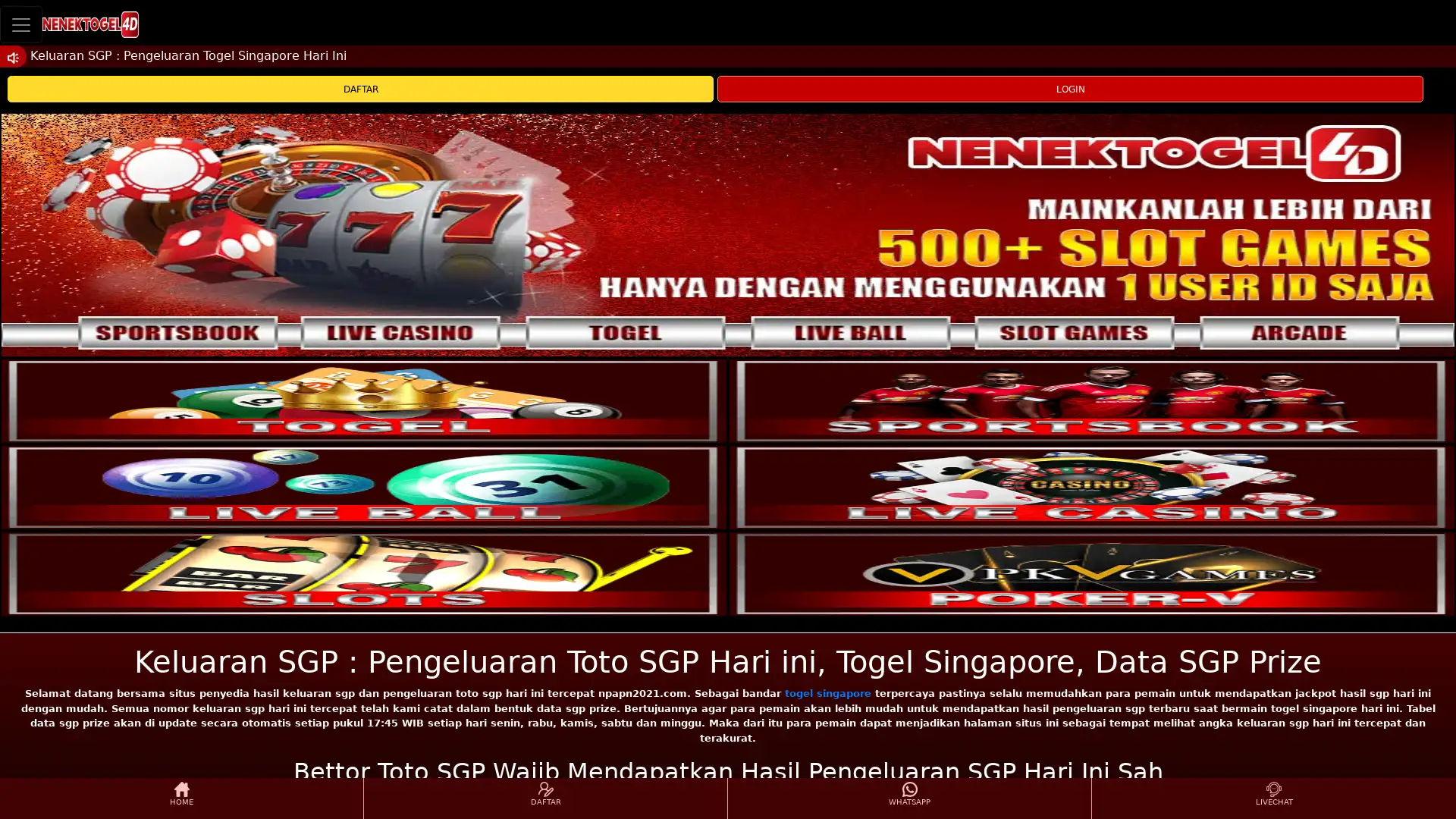 Image resolution: width=1456 pixels, height=819 pixels. Describe the element at coordinates (359, 89) in the screenshot. I see `DAFTAR` at that location.